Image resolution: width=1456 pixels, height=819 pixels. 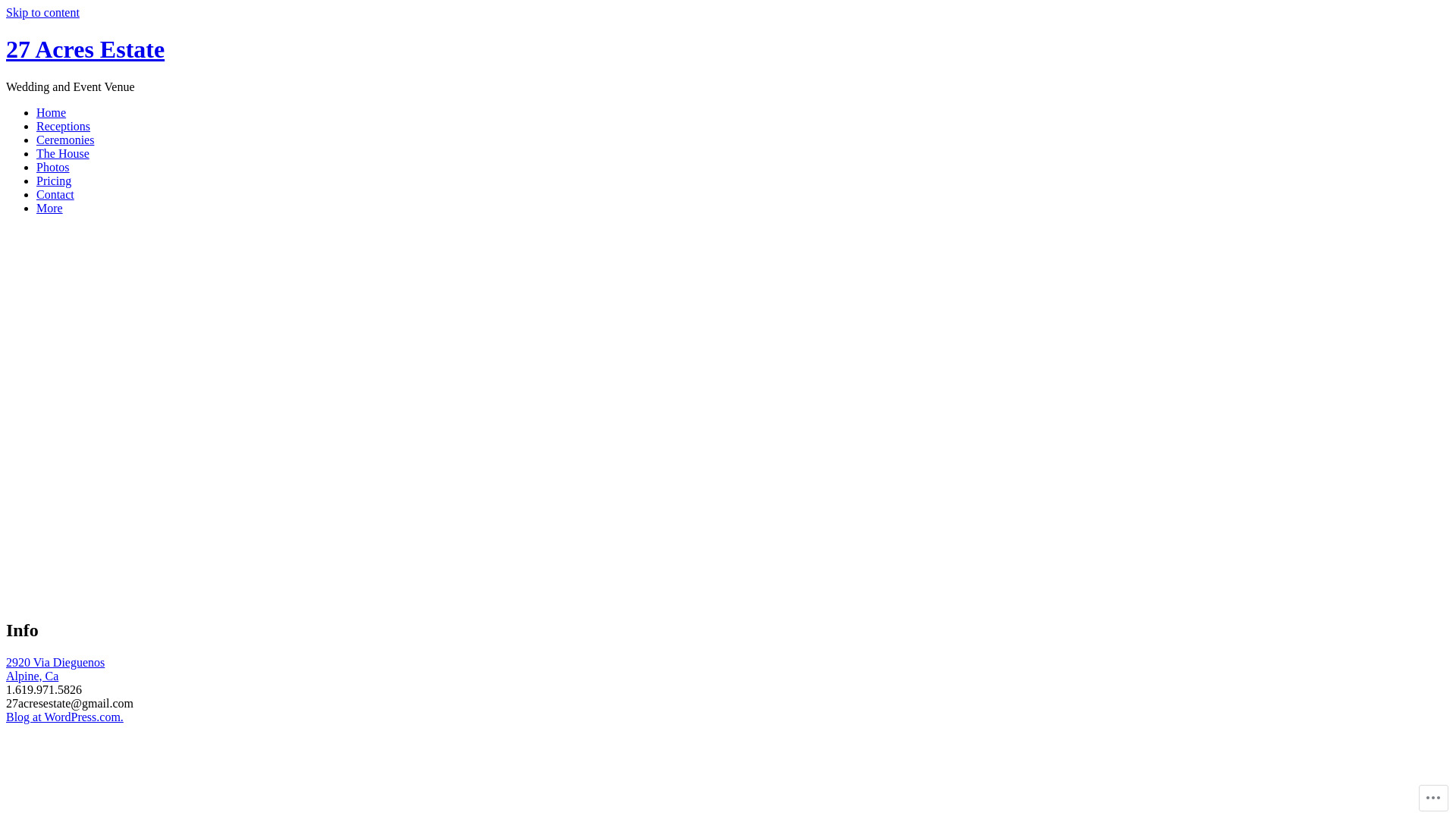 I want to click on 'Photos', so click(x=53, y=167).